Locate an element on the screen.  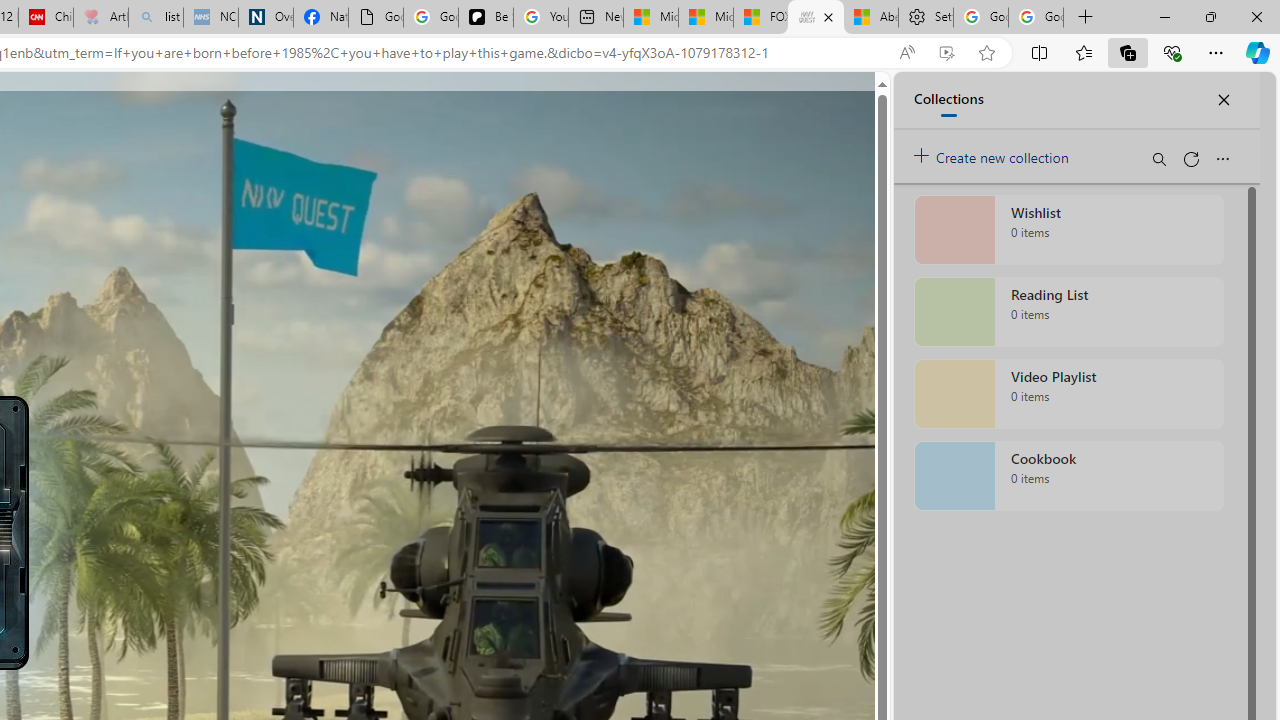
'Browser essentials' is located at coordinates (1171, 51).